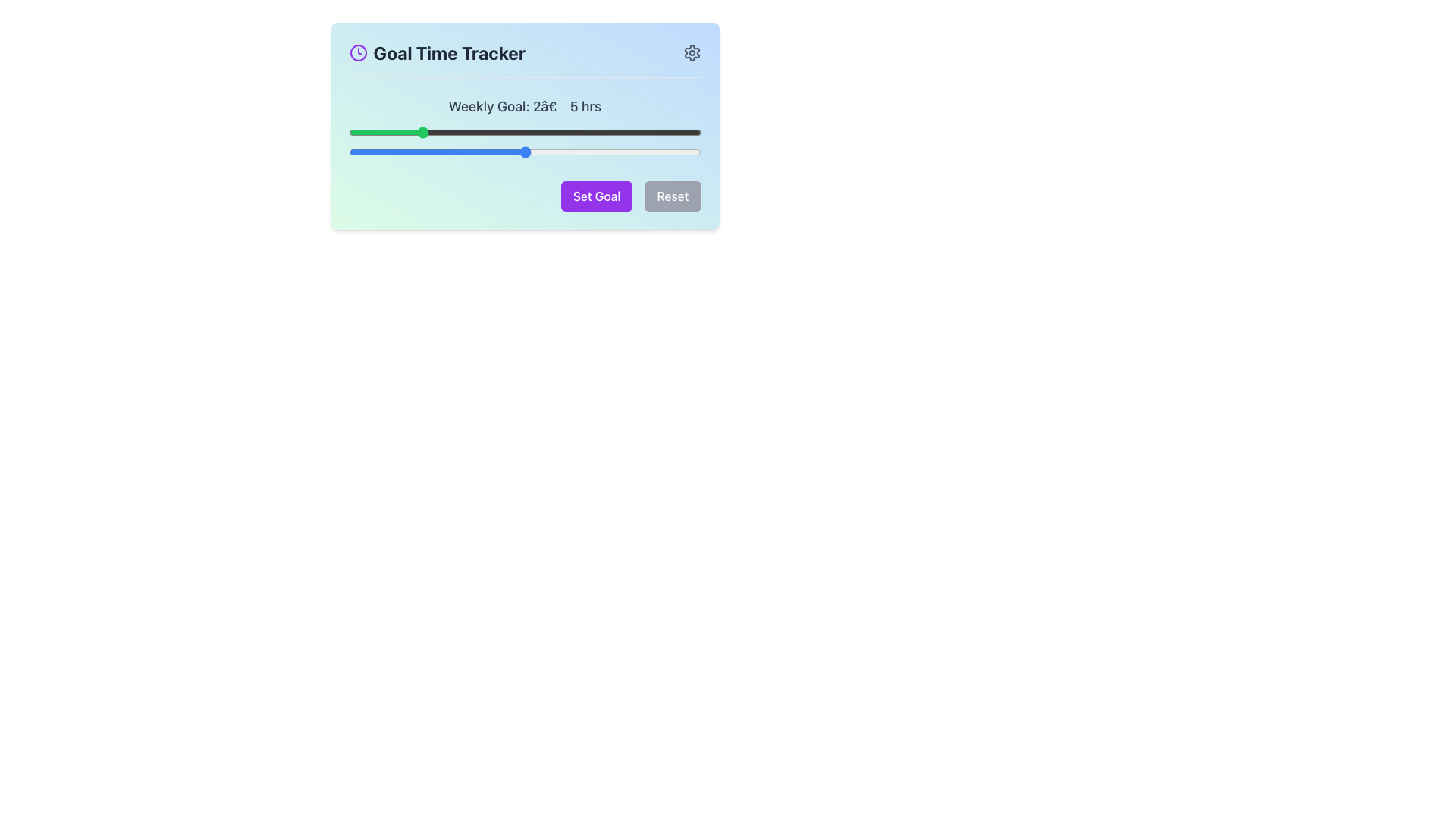 The width and height of the screenshot is (1456, 819). I want to click on the time slider, so click(666, 131).